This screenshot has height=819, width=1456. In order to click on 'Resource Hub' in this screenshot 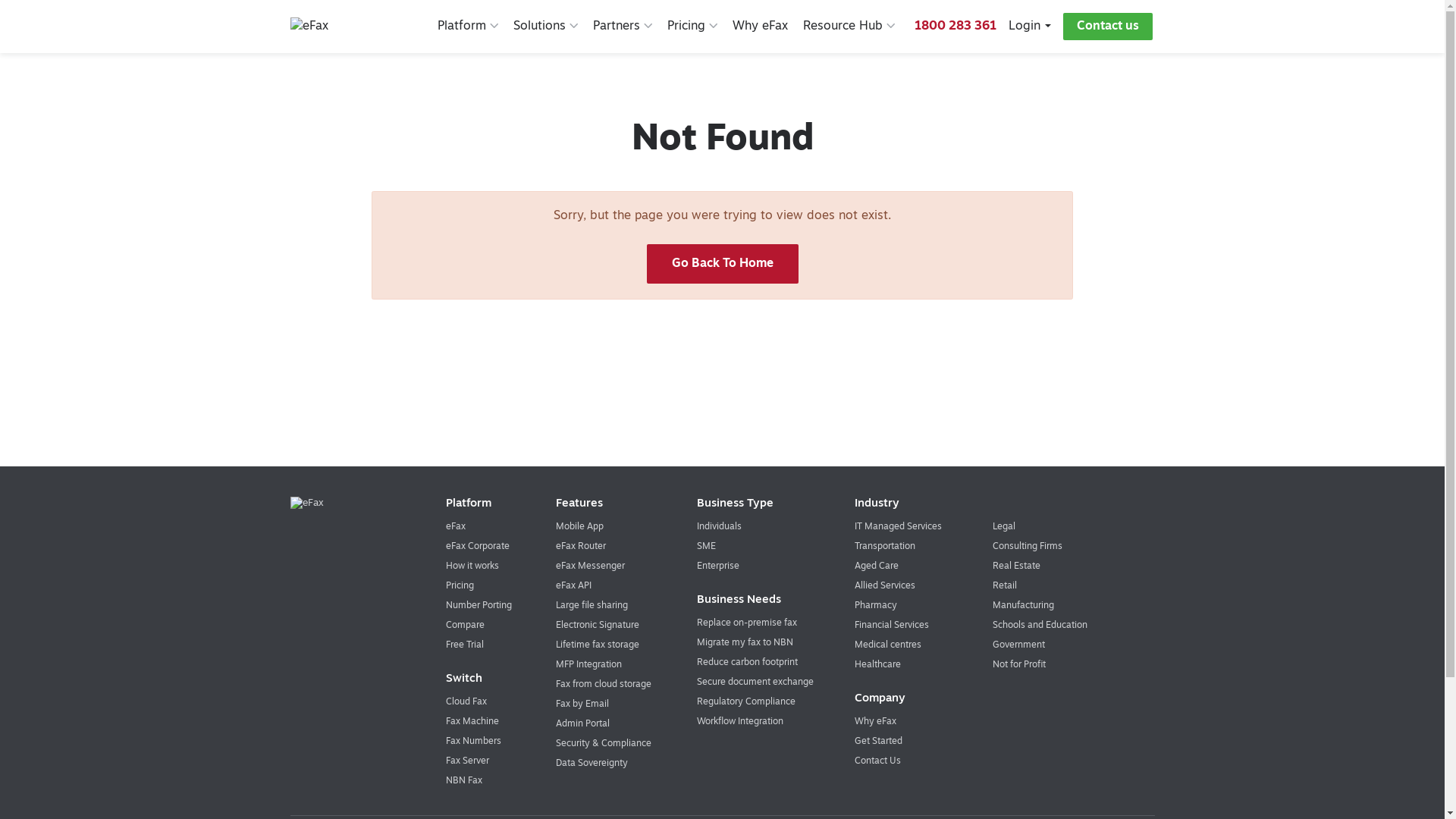, I will do `click(802, 26)`.